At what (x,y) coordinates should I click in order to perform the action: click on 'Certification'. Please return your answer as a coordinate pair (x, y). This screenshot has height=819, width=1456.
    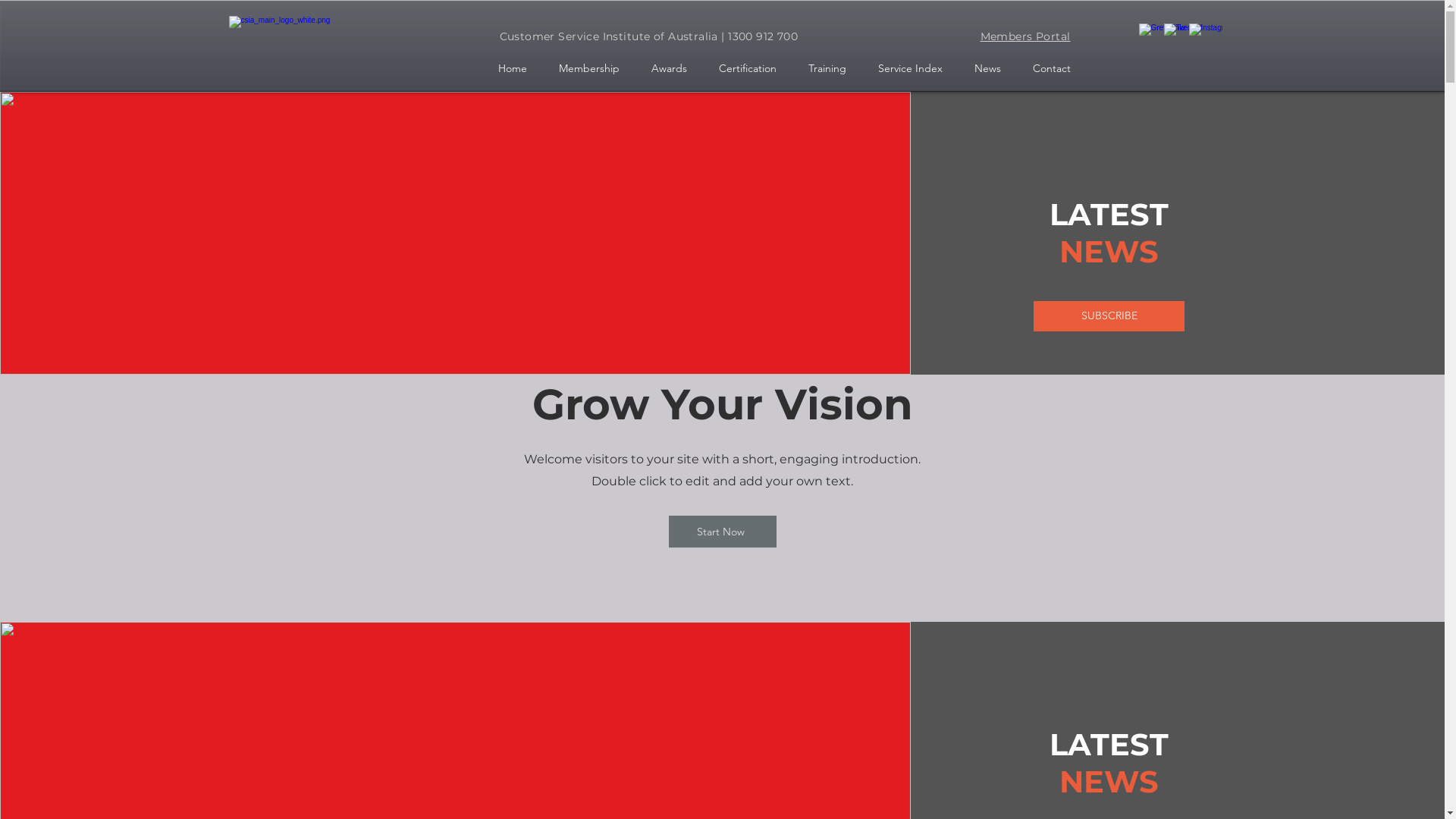
    Looking at the image, I should click on (746, 68).